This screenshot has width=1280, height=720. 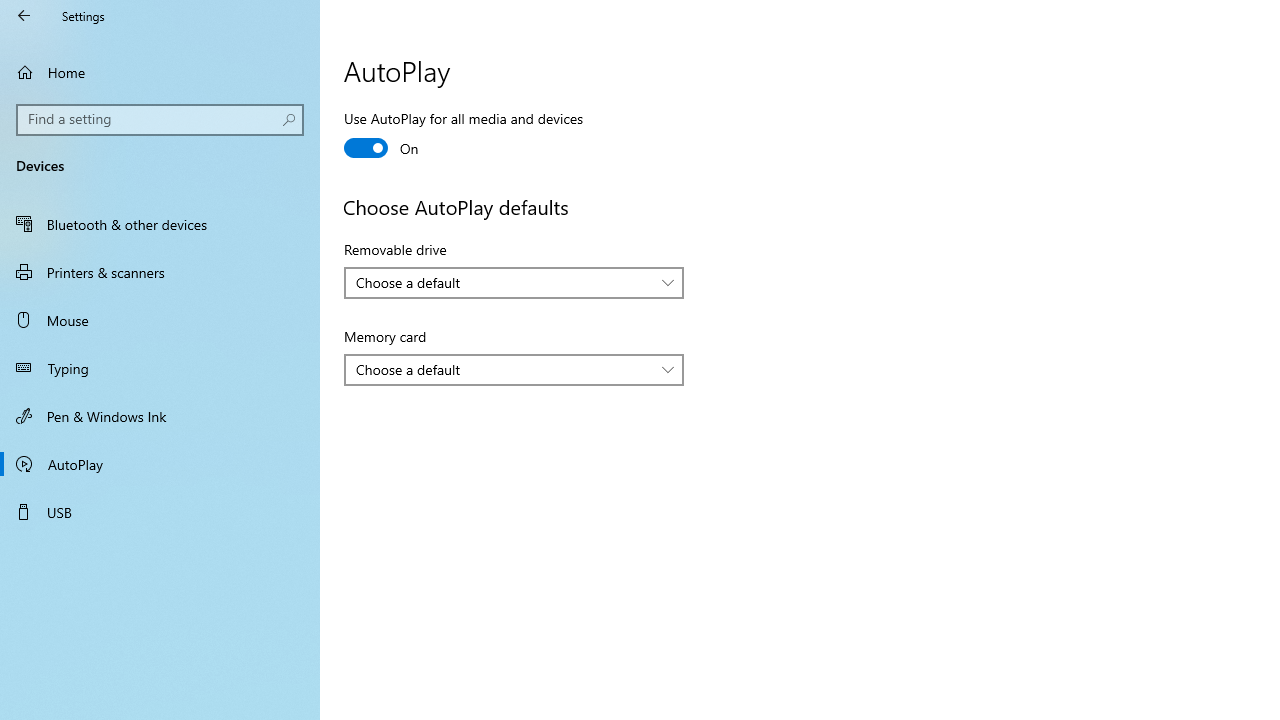 I want to click on 'AutoPlay', so click(x=160, y=464).